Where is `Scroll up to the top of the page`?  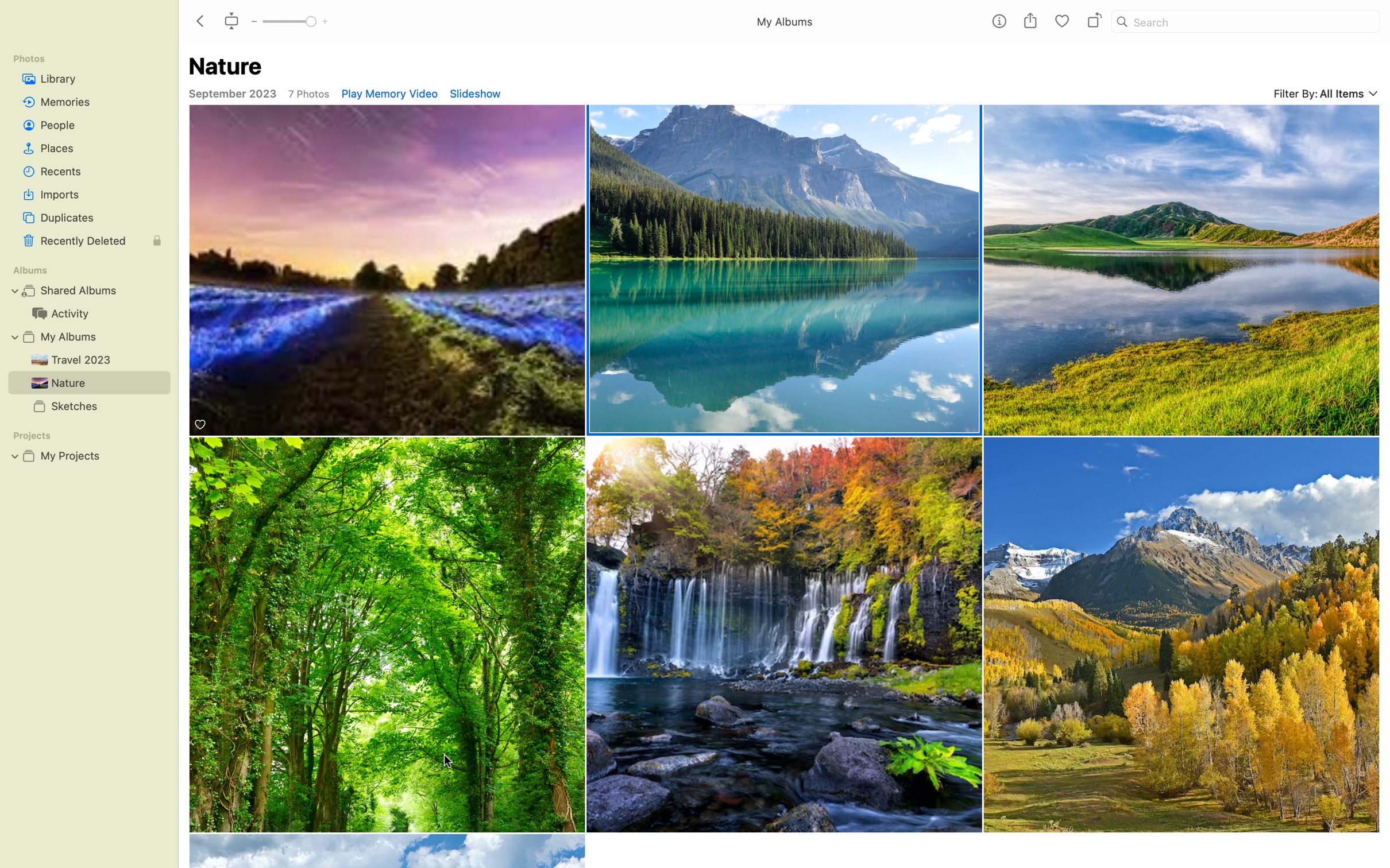
Scroll up to the top of the page is located at coordinates (2639610, 1022504).